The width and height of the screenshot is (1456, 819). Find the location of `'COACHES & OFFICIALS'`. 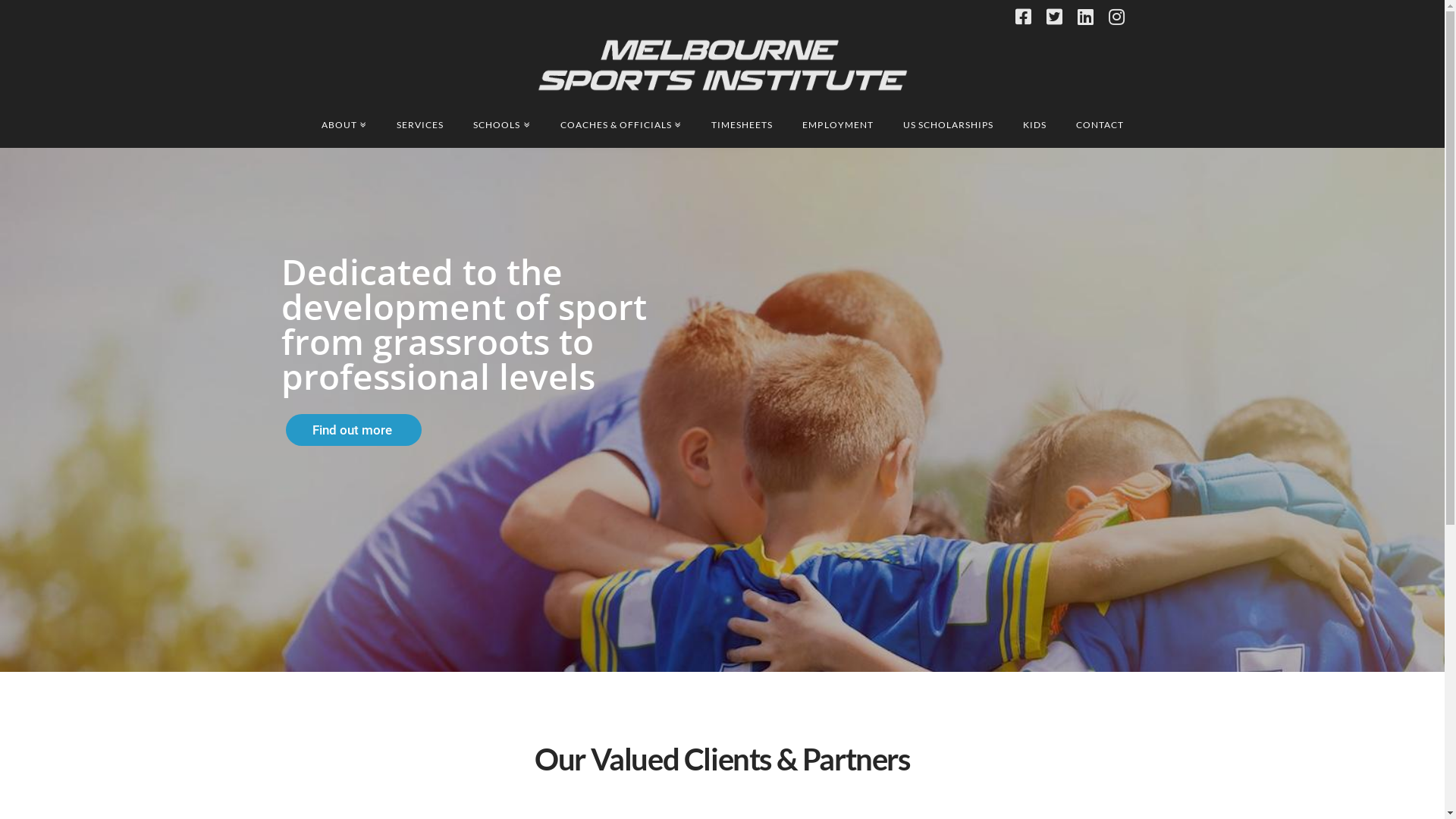

'COACHES & OFFICIALS' is located at coordinates (621, 124).